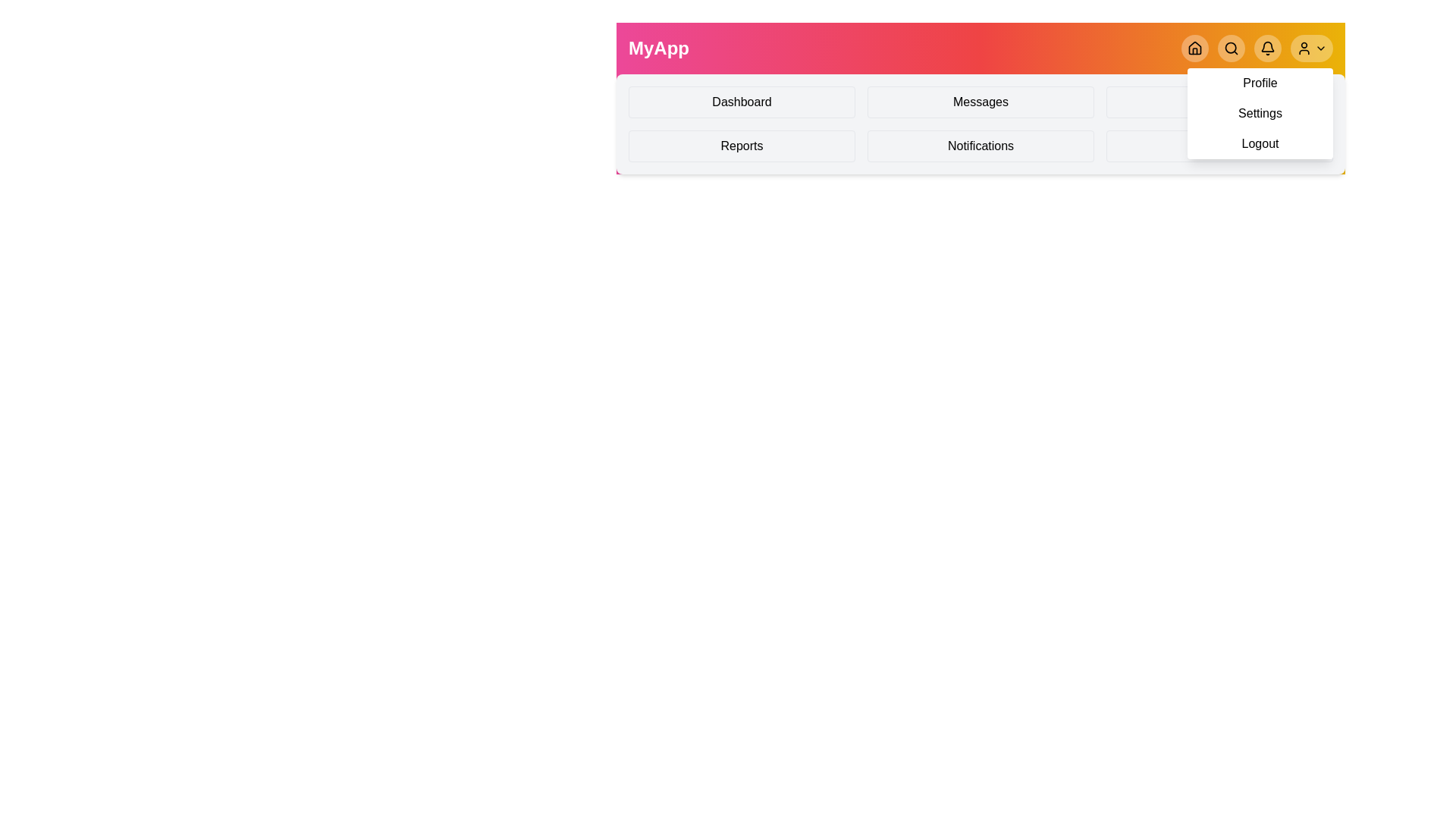  Describe the element at coordinates (1267, 48) in the screenshot. I see `the Notifications button in the navigation bar` at that location.